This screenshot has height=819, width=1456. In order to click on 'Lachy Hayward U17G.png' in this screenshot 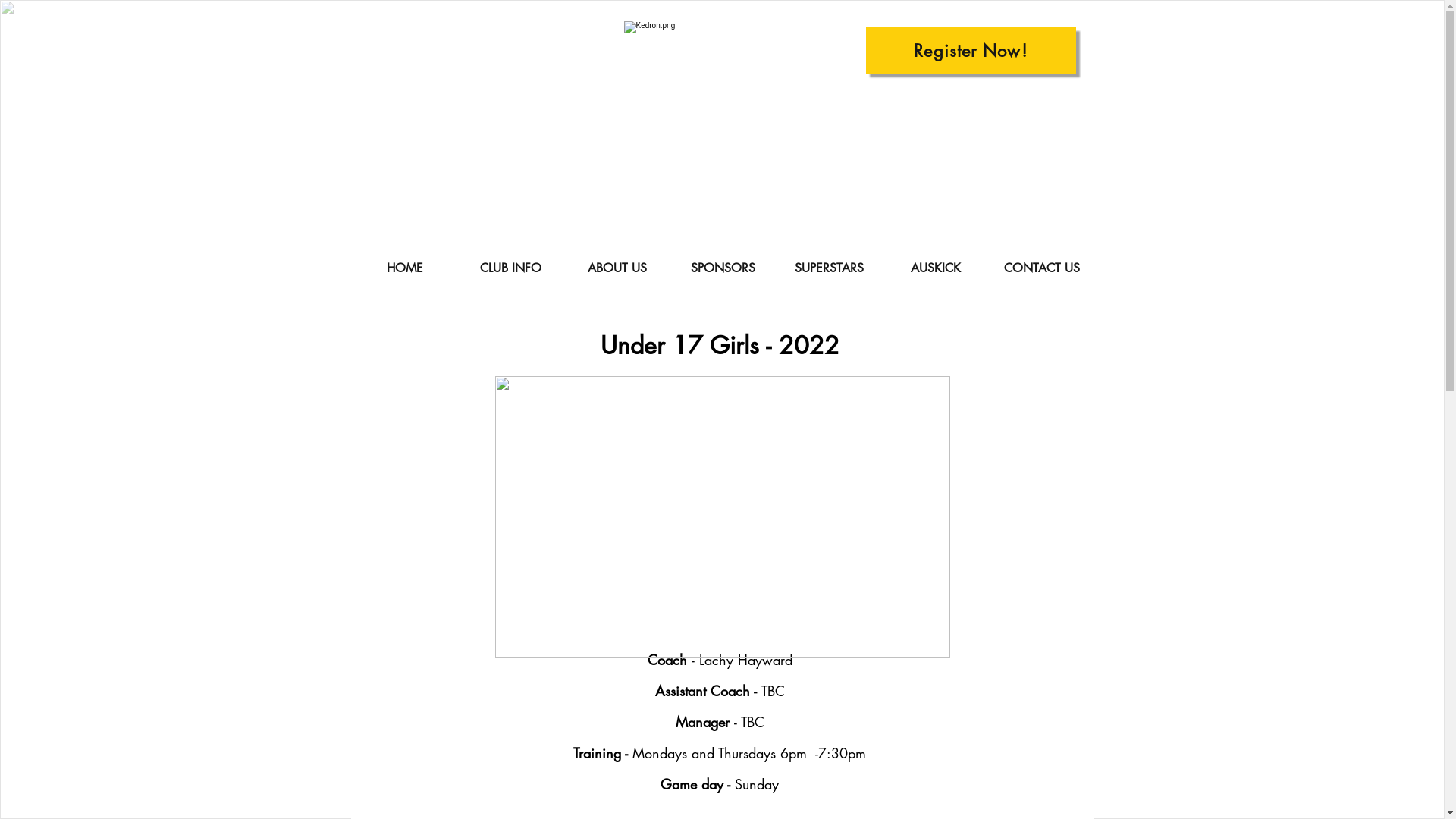, I will do `click(720, 516)`.